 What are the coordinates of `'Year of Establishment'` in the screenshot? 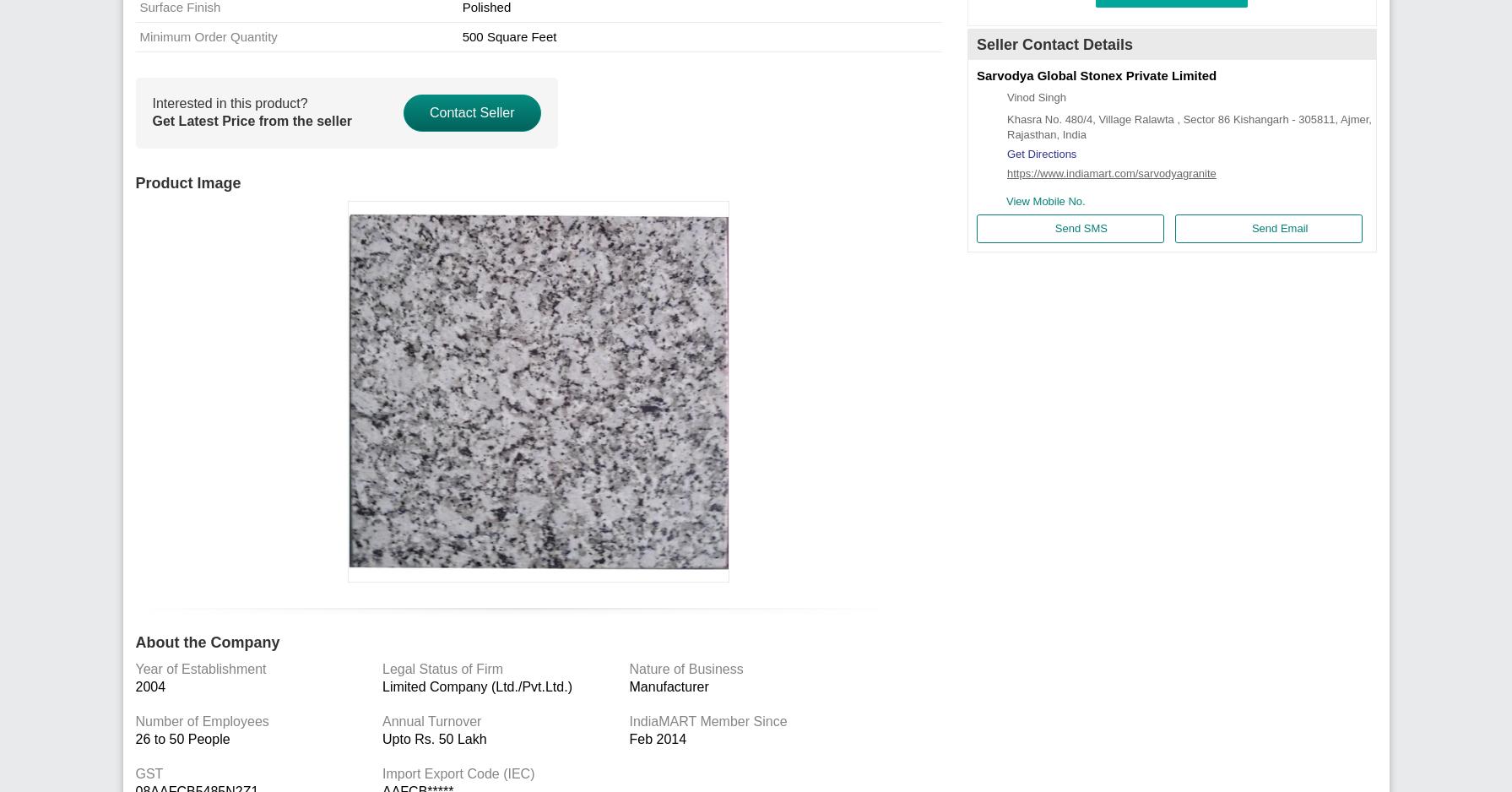 It's located at (134, 668).